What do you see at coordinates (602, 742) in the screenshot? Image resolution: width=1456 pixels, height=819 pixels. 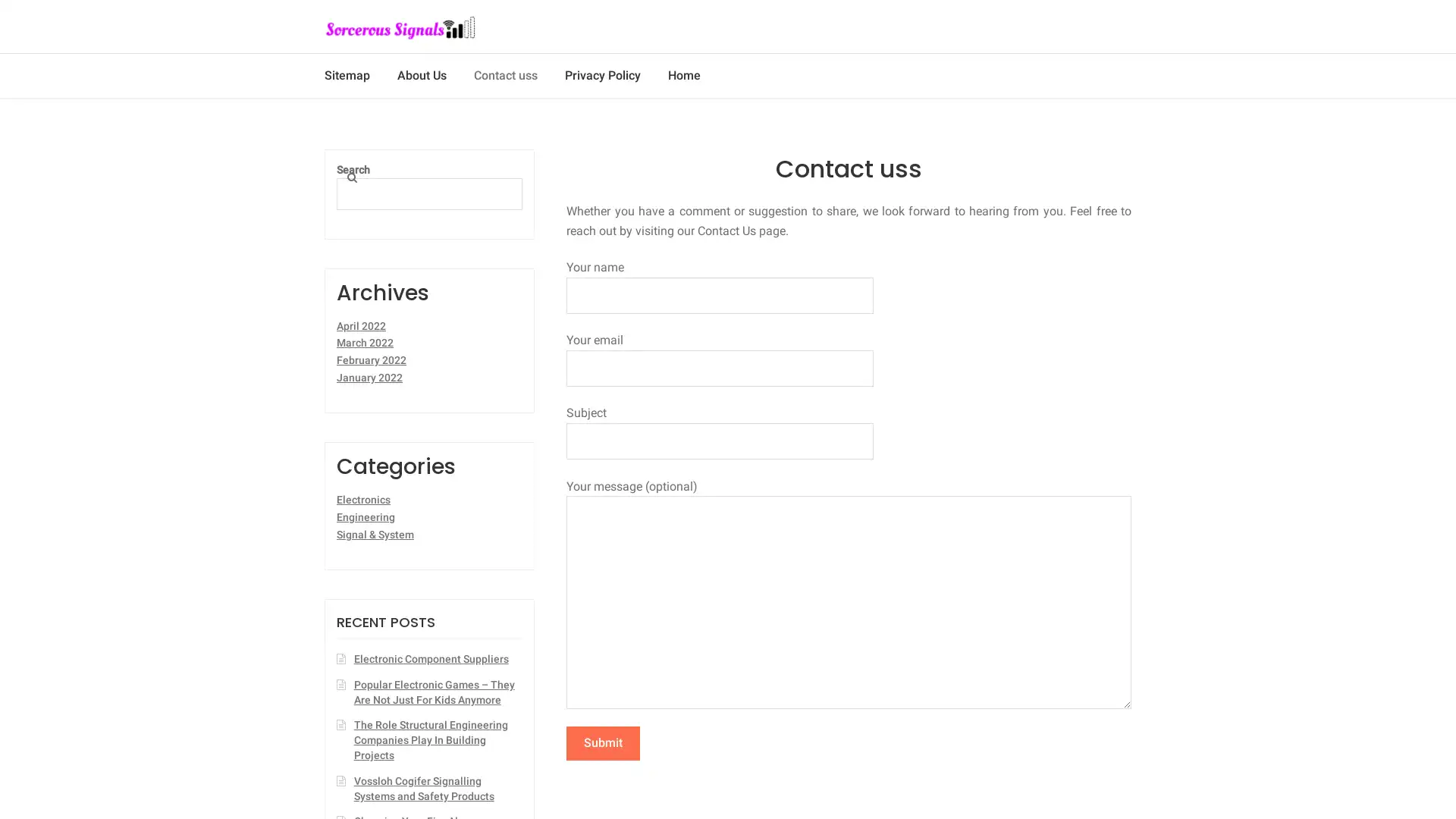 I see `Submit` at bounding box center [602, 742].